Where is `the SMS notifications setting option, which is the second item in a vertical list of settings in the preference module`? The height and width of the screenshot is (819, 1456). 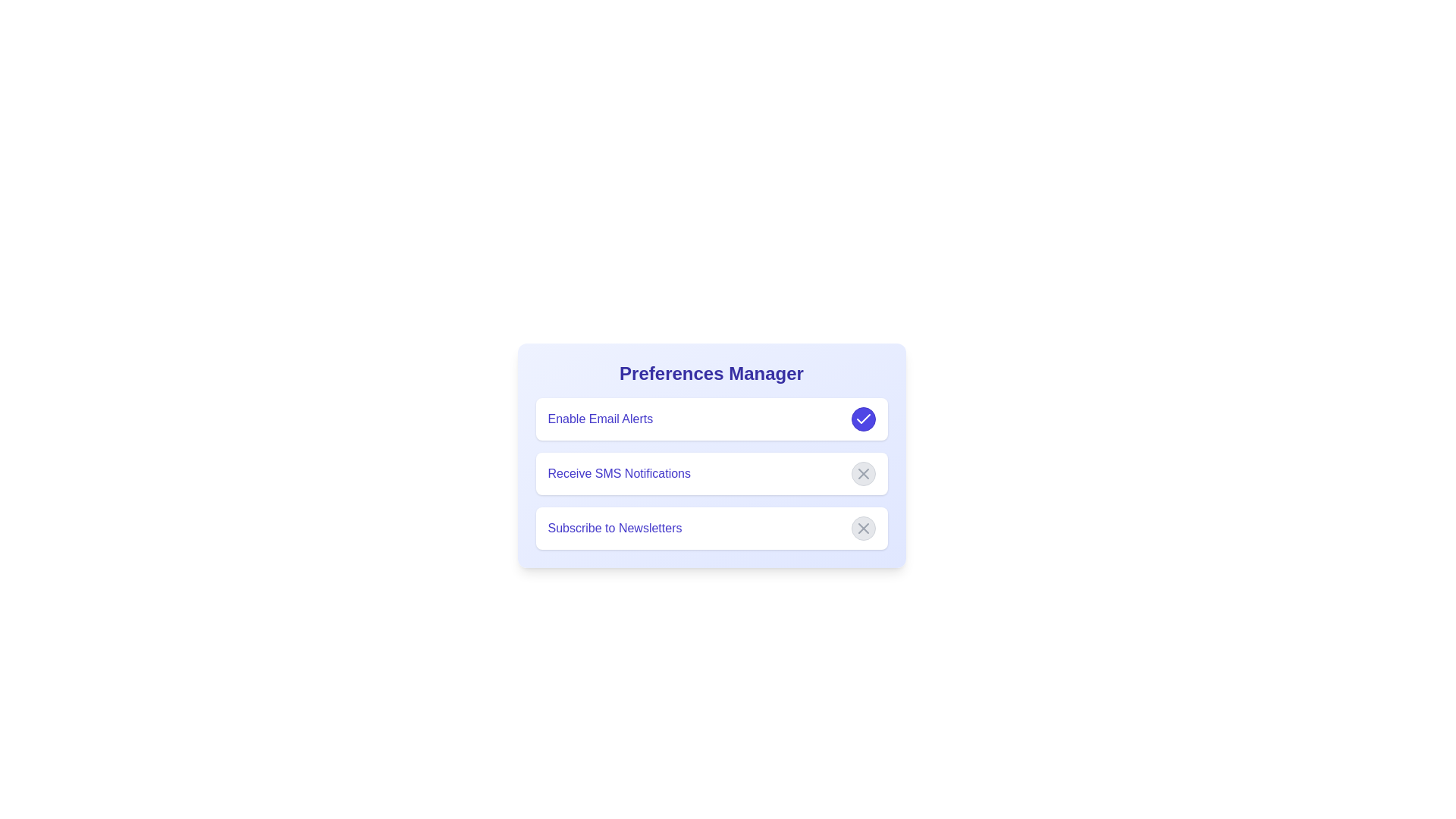 the SMS notifications setting option, which is the second item in a vertical list of settings in the preference module is located at coordinates (711, 472).